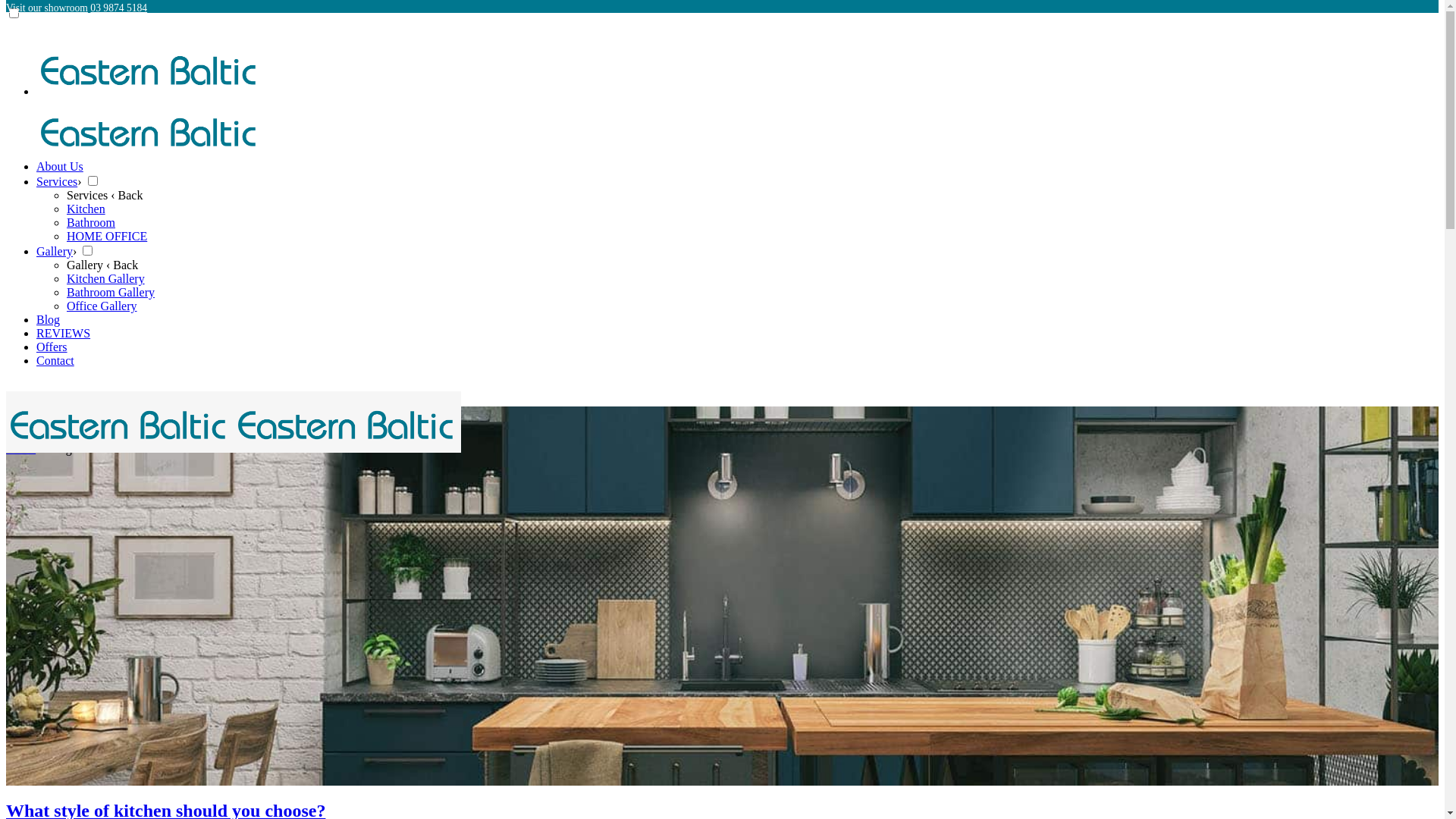  Describe the element at coordinates (48, 318) in the screenshot. I see `'Blog'` at that location.